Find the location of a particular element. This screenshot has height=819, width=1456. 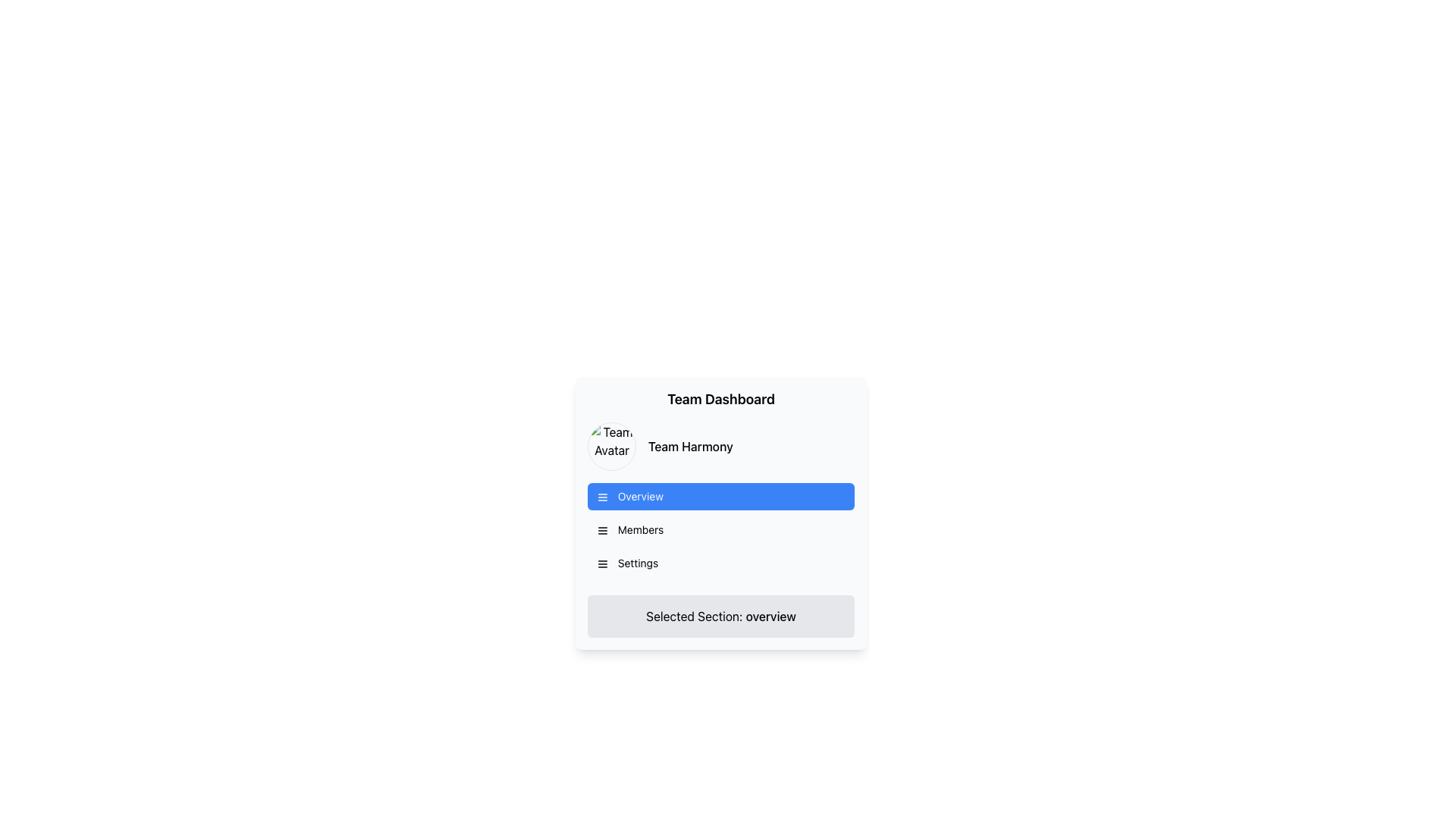

the text label indicating the currently selected section, which reads 'Selected Section: overview', located in a light gray rounded rectangular block is located at coordinates (770, 617).